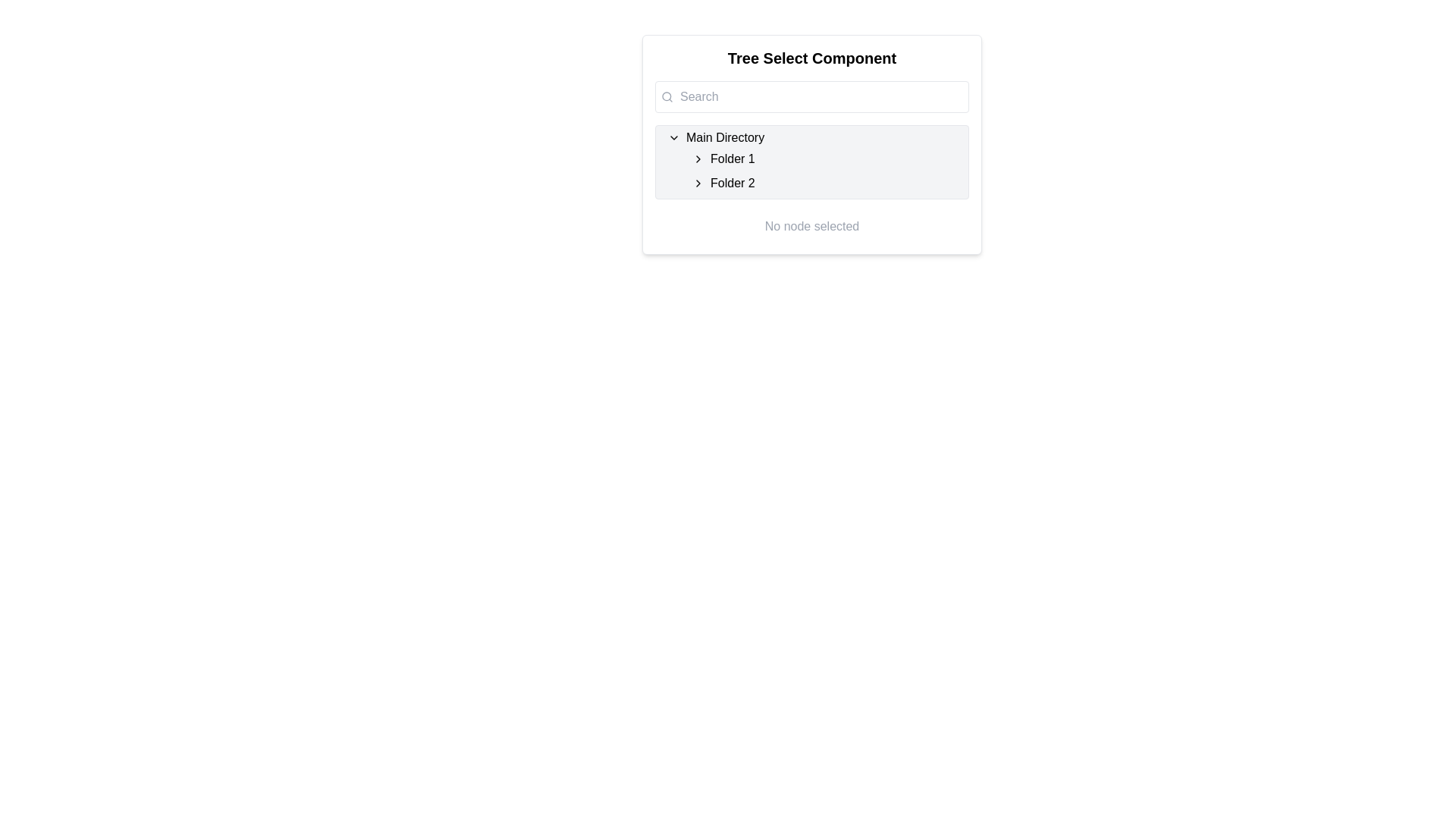  I want to click on the Text header element, which serves as the title for the component and is positioned at the top of a centered card layout, so click(811, 58).